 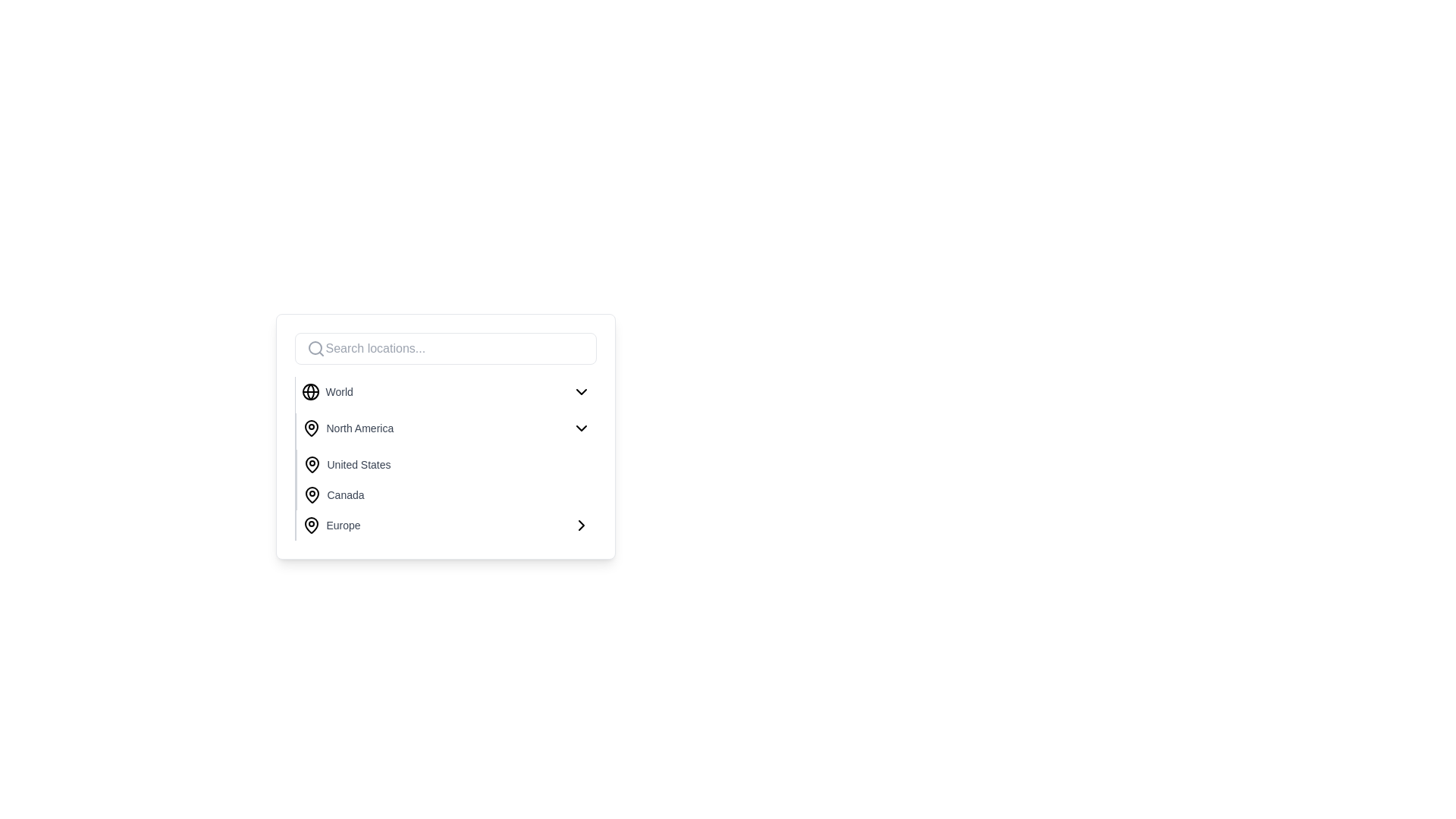 I want to click on the location pin icon next to the text 'North America' in the second row of the dropdown menu, so click(x=310, y=428).